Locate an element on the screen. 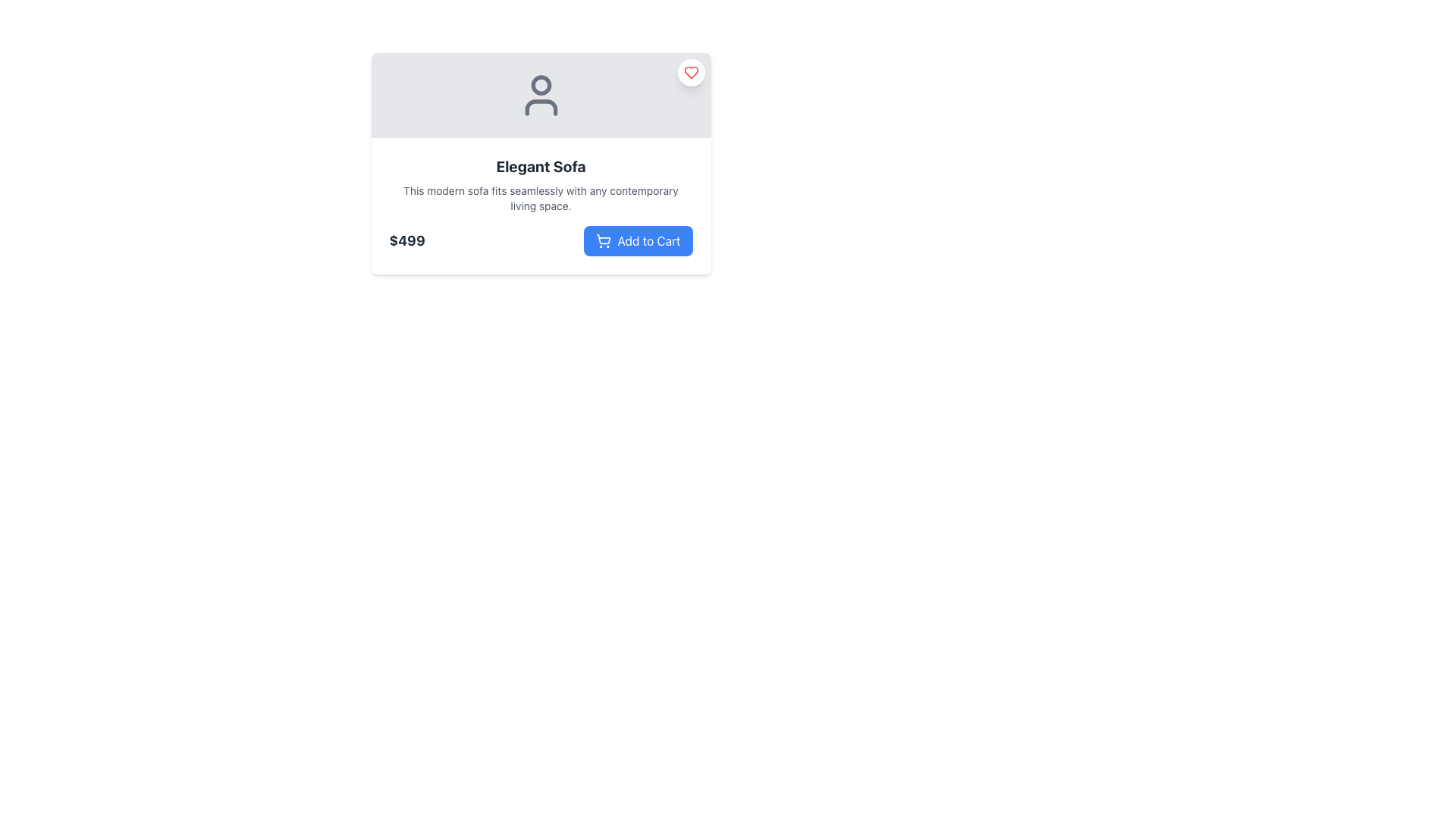  text from the Text Label that serves as the title for the item displayed, which is labeled 'Elegant Sofa' is located at coordinates (541, 166).